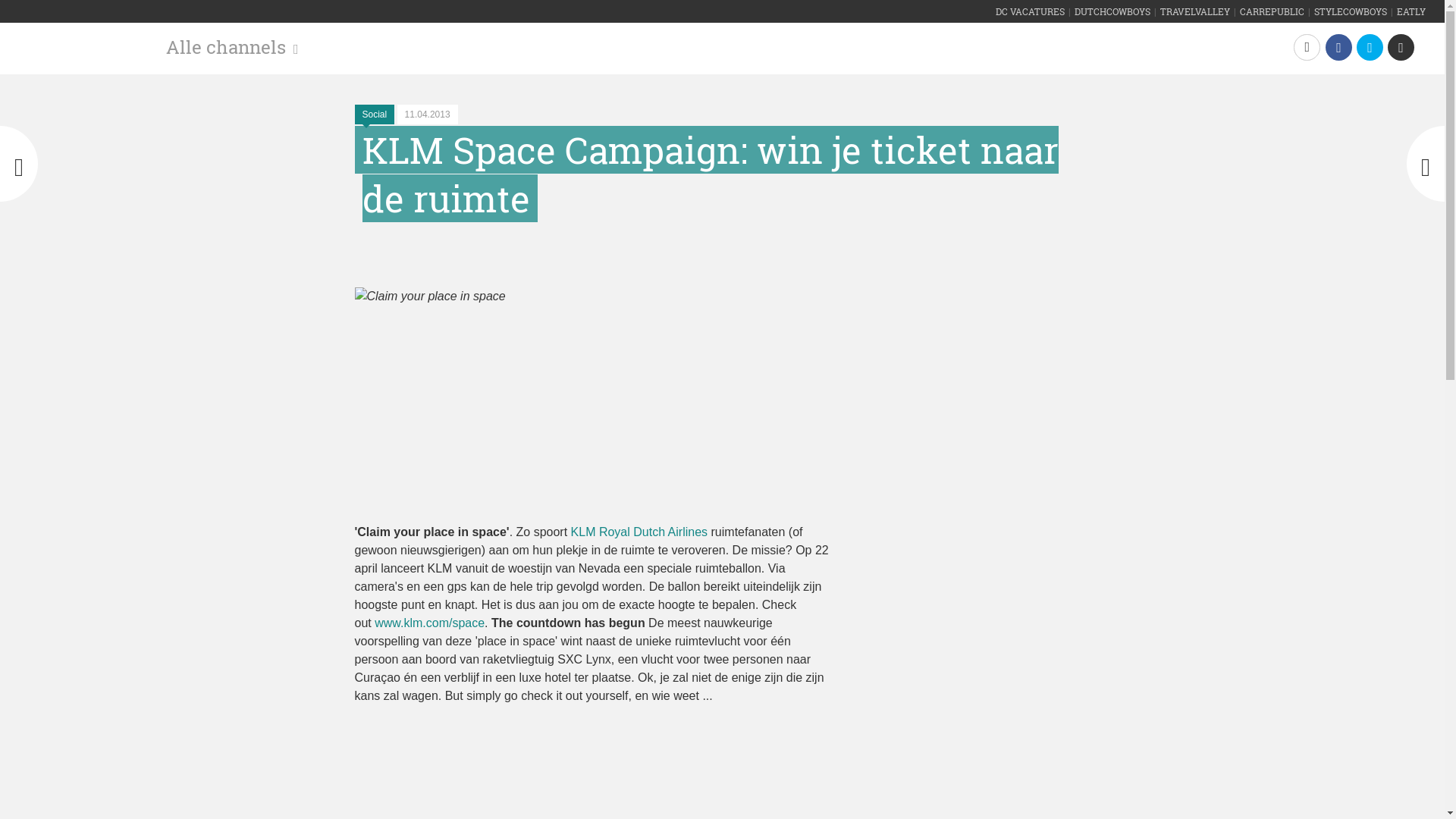 The width and height of the screenshot is (1456, 819). What do you see at coordinates (428, 623) in the screenshot?
I see `'www.klm.com/space'` at bounding box center [428, 623].